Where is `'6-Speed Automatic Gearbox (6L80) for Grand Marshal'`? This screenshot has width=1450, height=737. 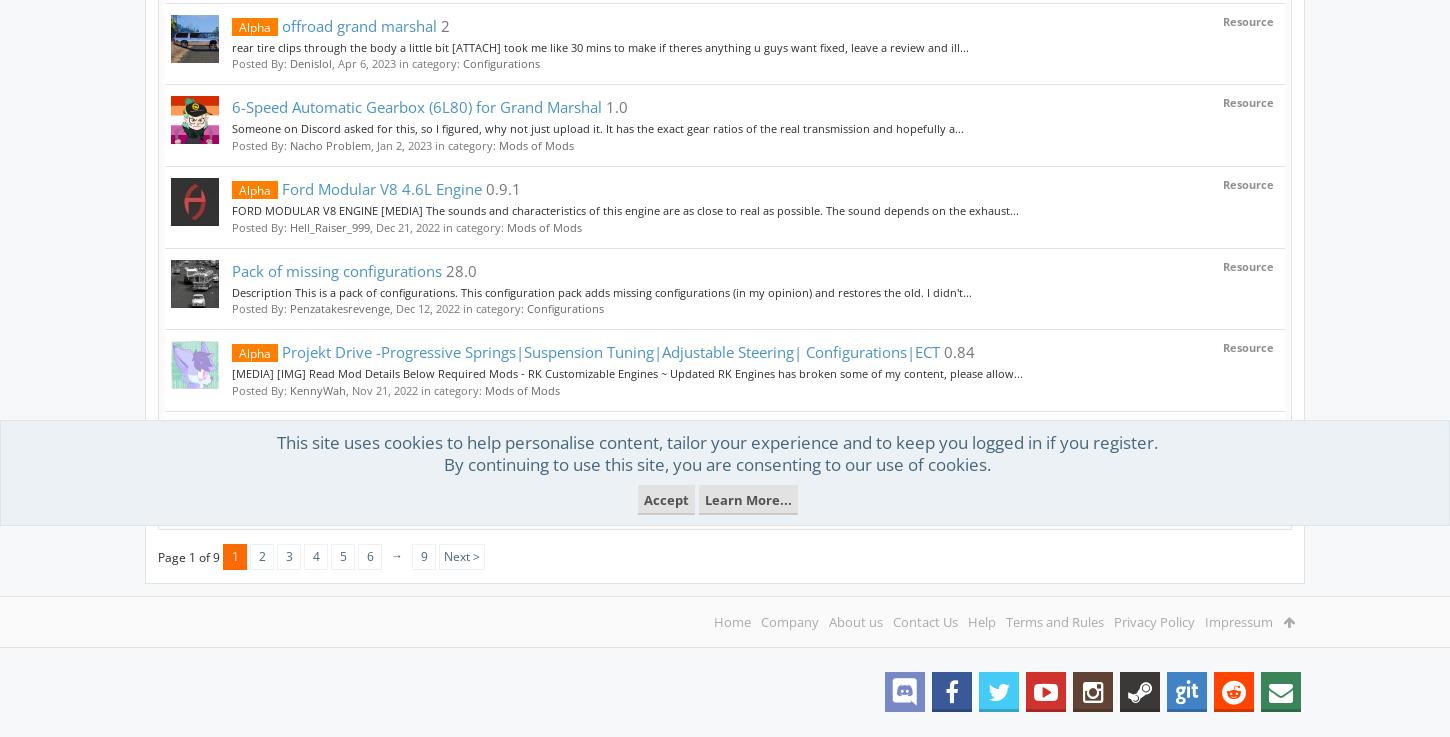 '6-Speed Automatic Gearbox (6L80) for Grand Marshal' is located at coordinates (231, 106).